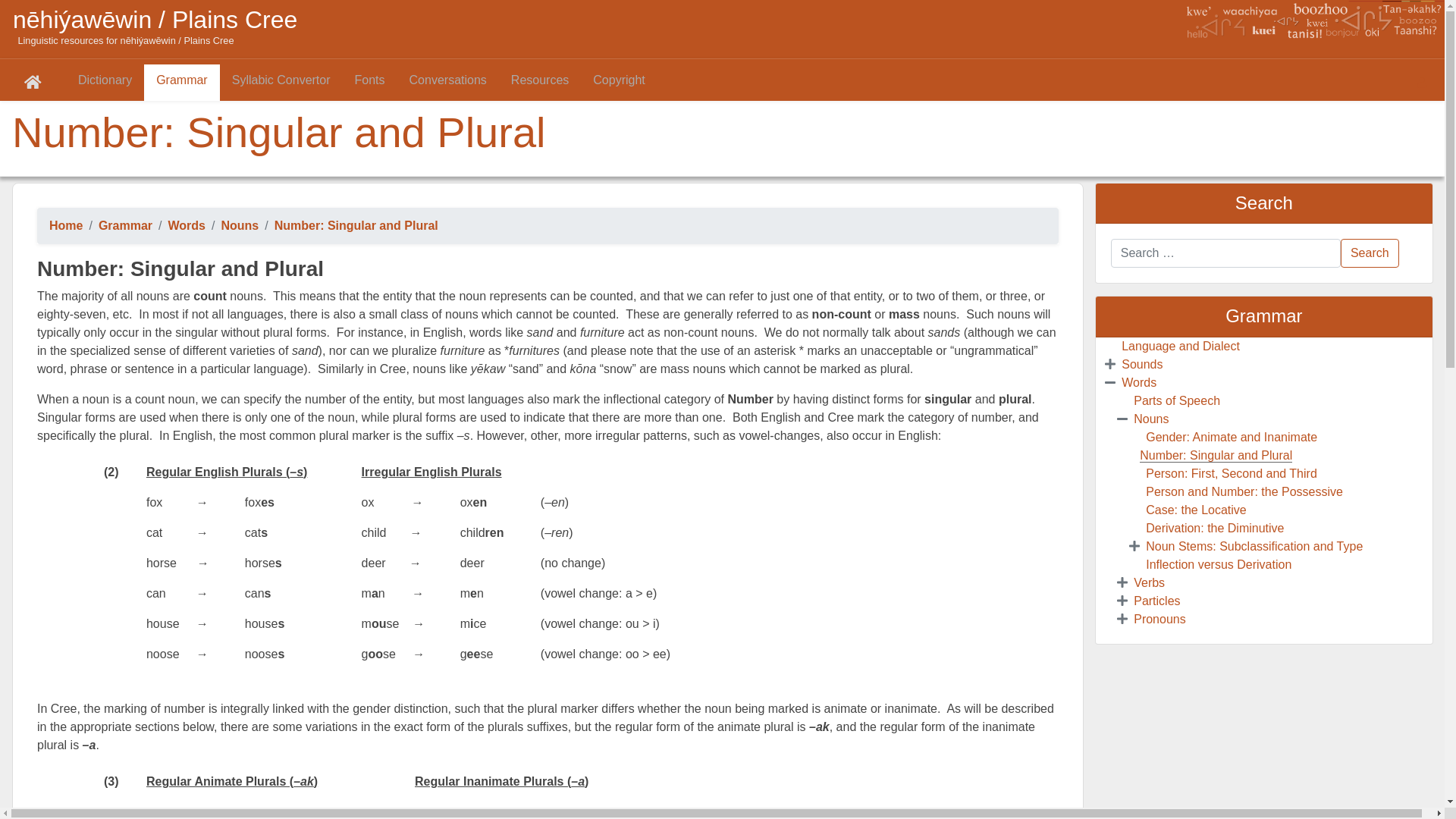 The width and height of the screenshot is (1456, 819). What do you see at coordinates (1219, 564) in the screenshot?
I see `'Inflection versus Derivation'` at bounding box center [1219, 564].